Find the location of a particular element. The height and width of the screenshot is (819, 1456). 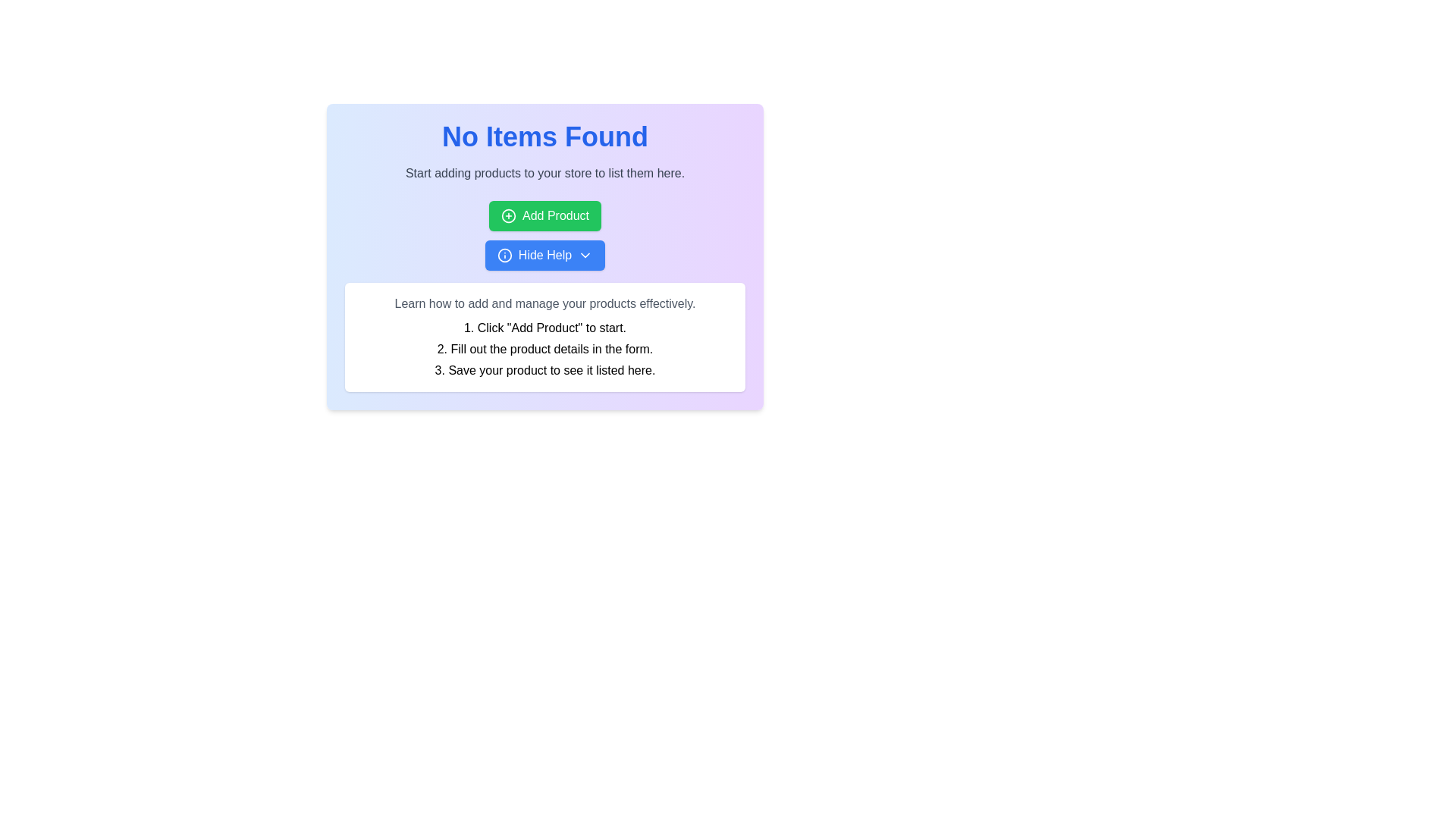

the 'Hide Help' button, which is styled with a blue background, white text, and contains a circular information icon on the left and a downward arrow icon on the right is located at coordinates (545, 254).